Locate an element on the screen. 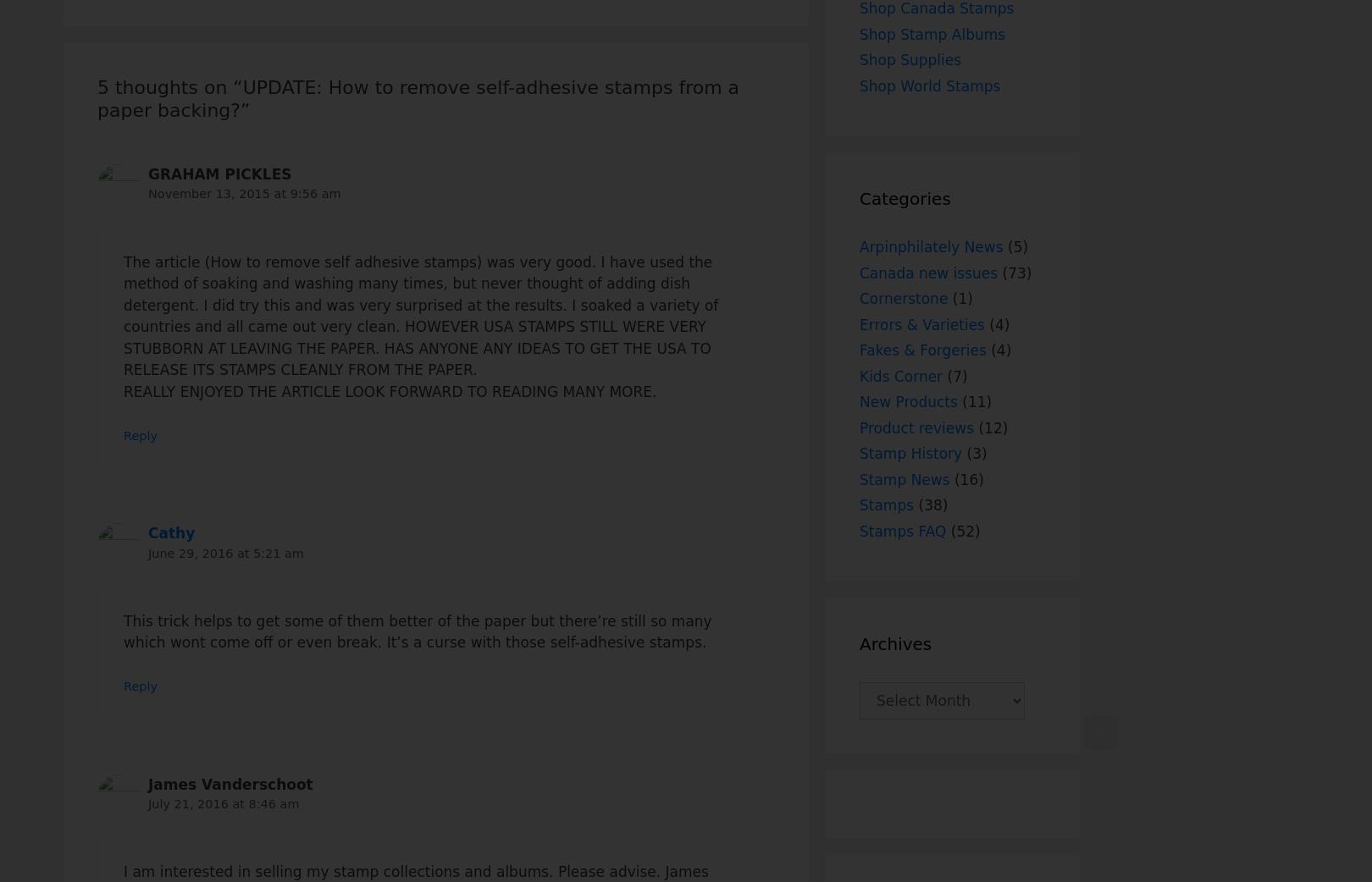 Image resolution: width=1372 pixels, height=882 pixels. 'Stamp History' is located at coordinates (910, 453).